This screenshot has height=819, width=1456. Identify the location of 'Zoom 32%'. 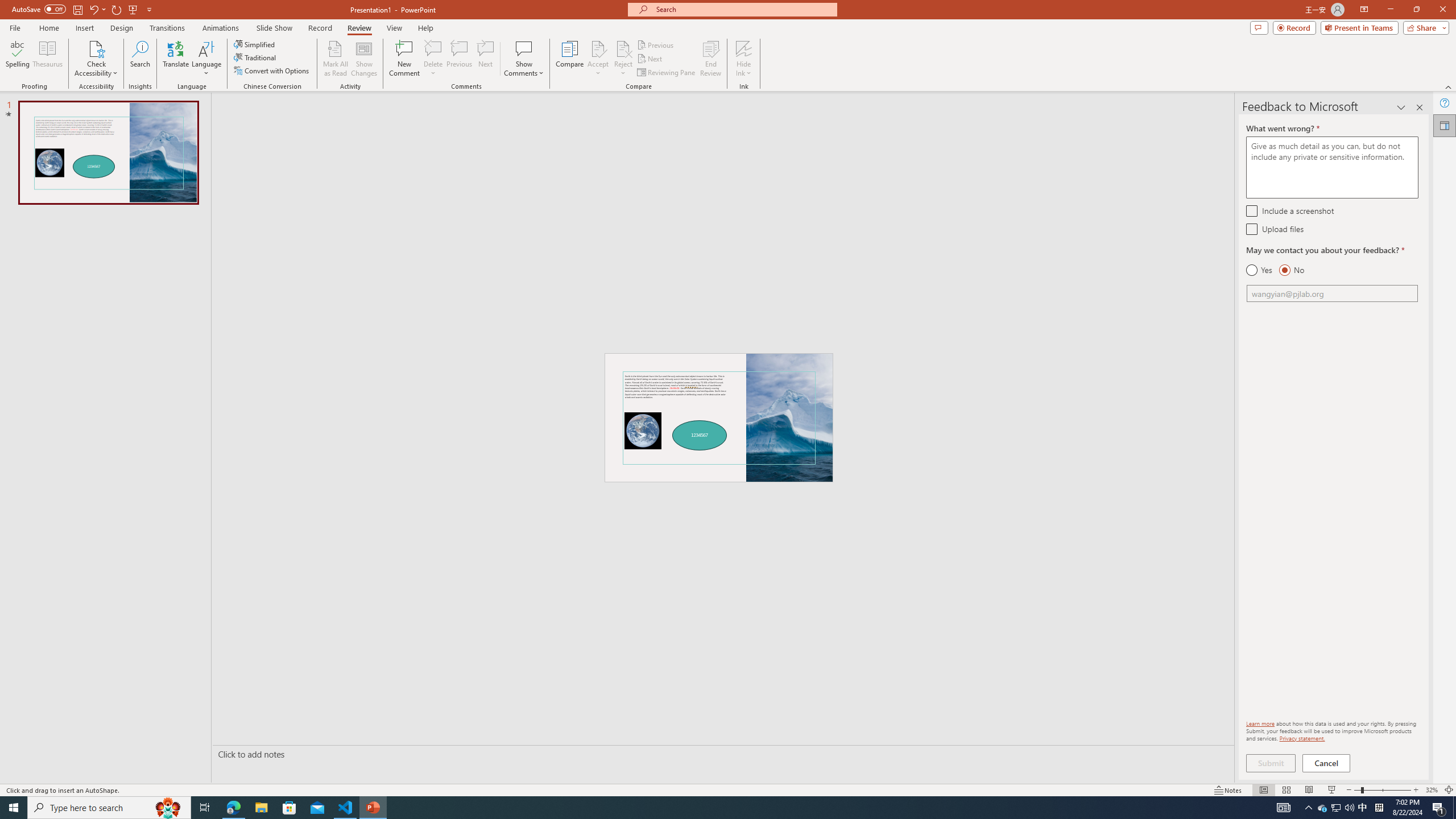
(1431, 790).